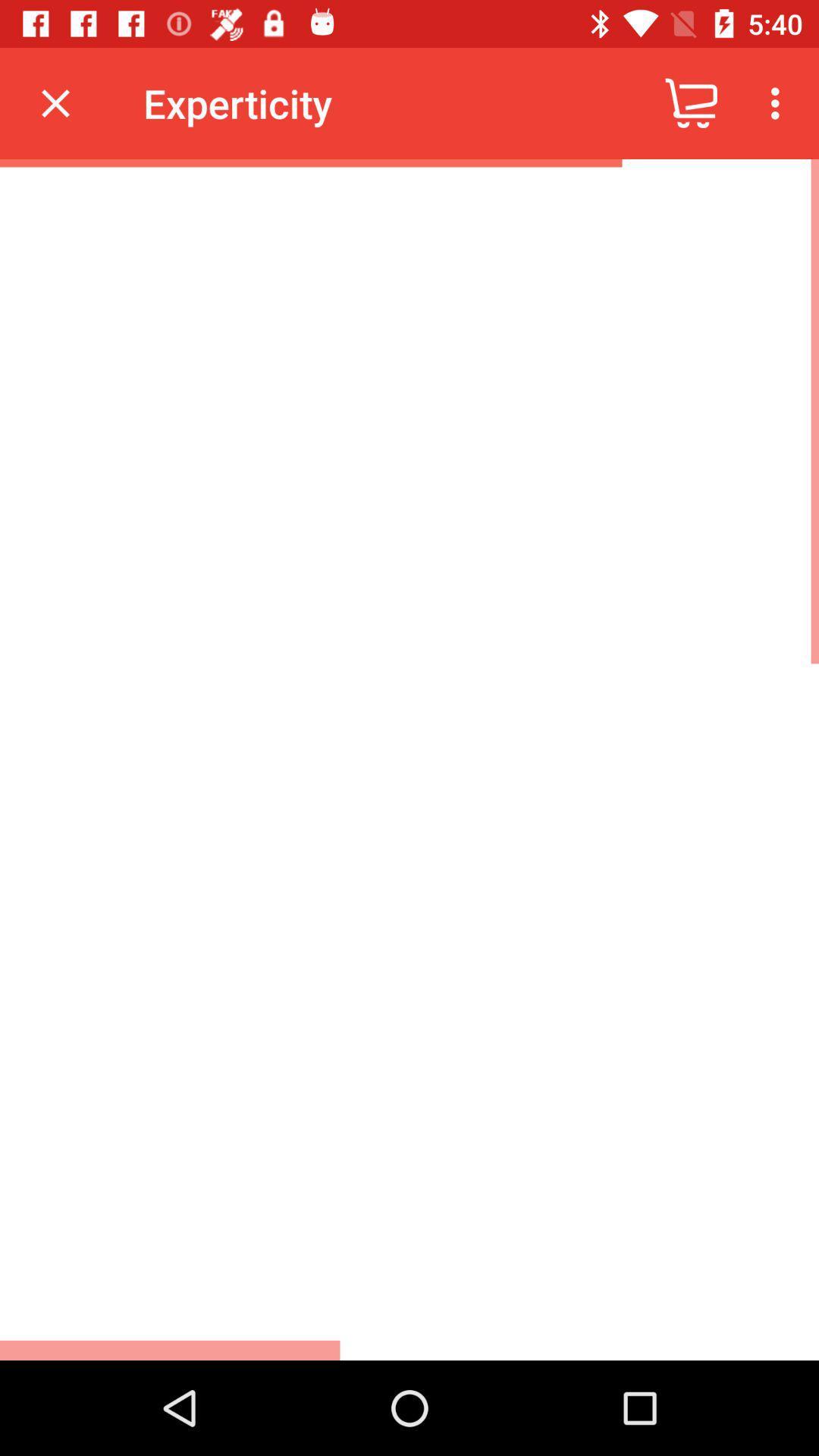  Describe the element at coordinates (55, 102) in the screenshot. I see `icon to the left of the experticity` at that location.